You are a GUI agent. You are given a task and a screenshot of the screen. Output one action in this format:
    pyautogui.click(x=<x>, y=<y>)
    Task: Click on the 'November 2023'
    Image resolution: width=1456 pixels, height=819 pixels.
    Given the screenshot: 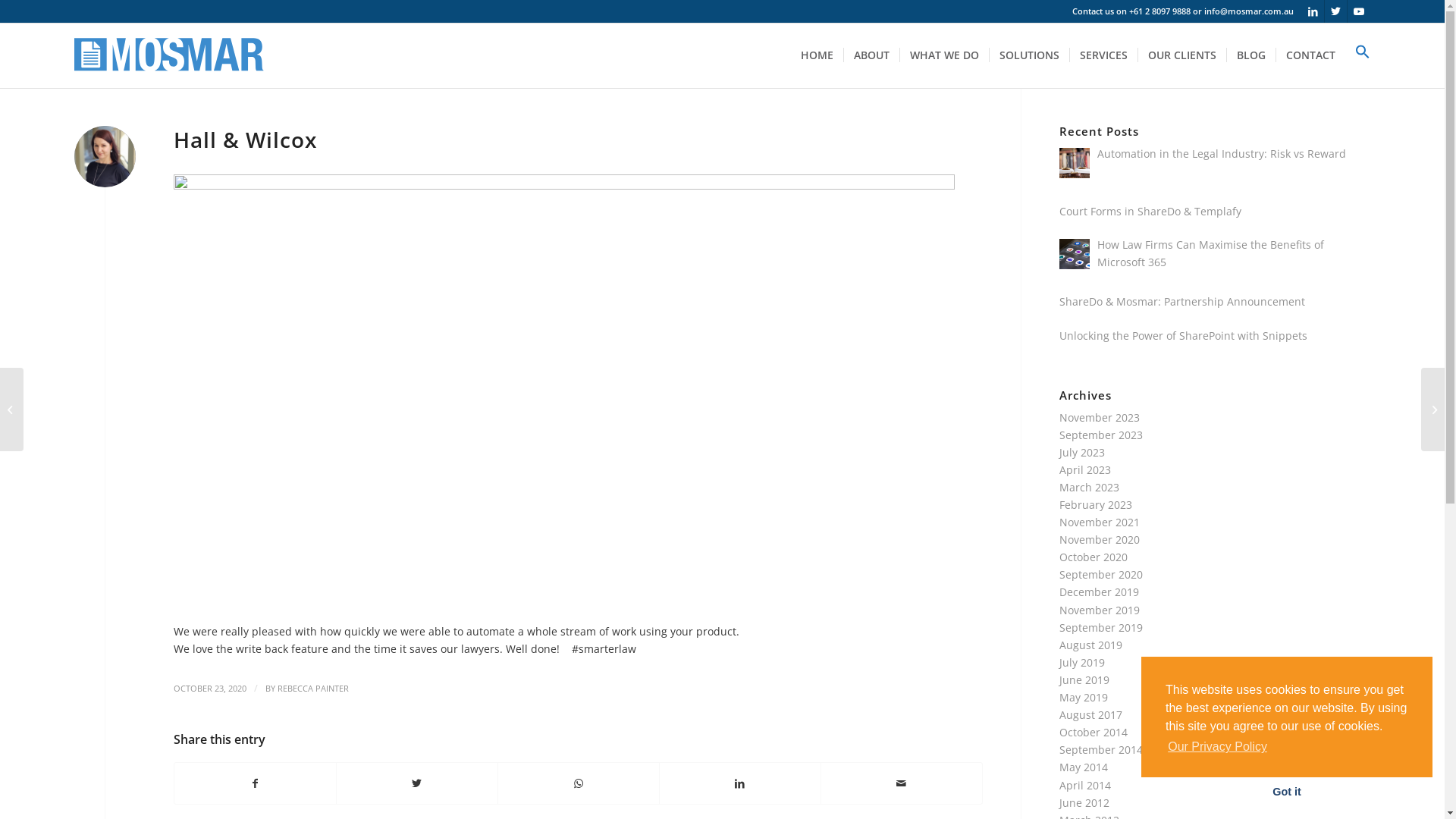 What is the action you would take?
    pyautogui.click(x=1099, y=417)
    